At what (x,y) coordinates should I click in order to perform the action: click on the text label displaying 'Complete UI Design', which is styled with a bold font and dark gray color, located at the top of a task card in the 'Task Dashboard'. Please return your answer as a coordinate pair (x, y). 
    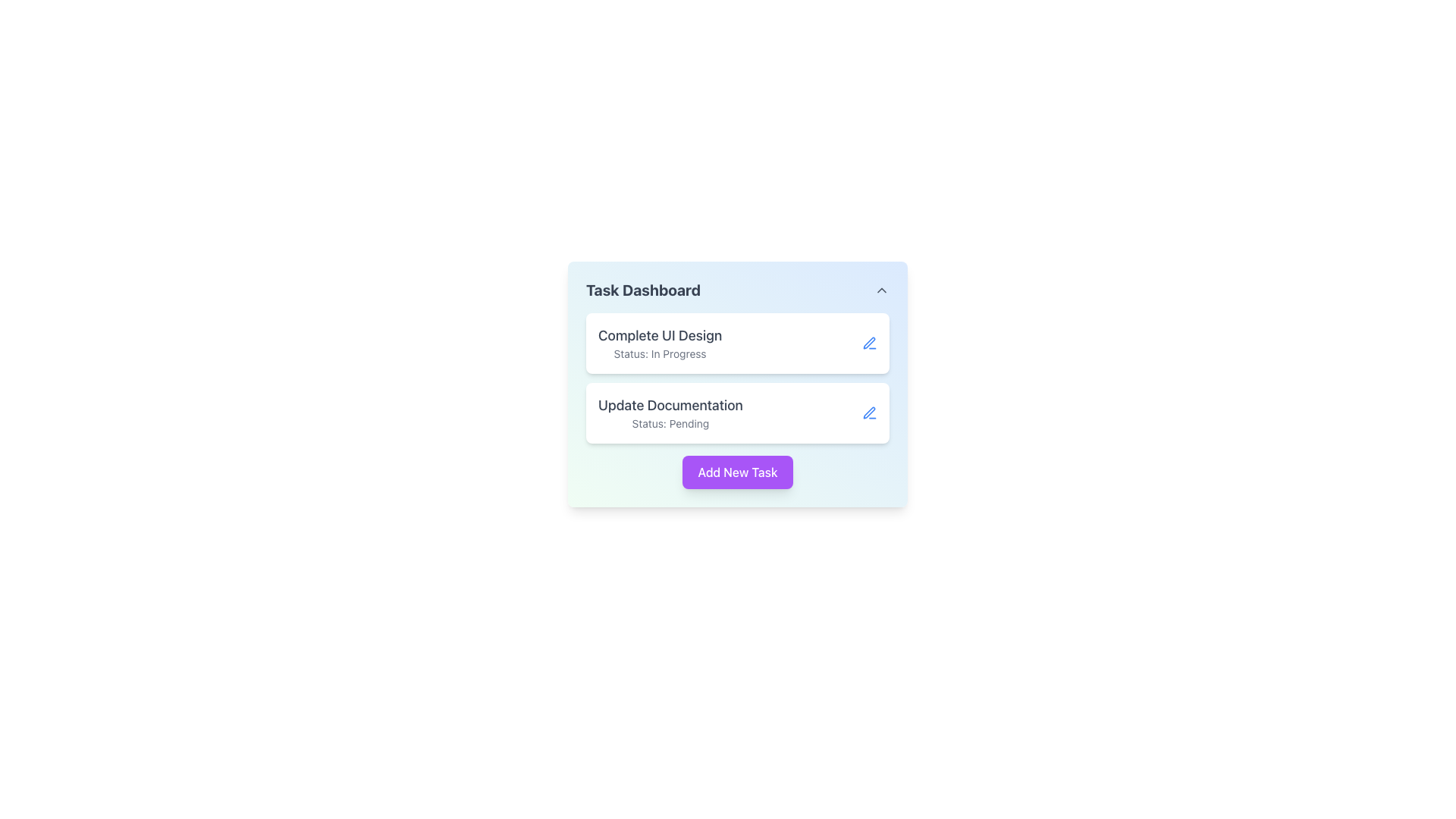
    Looking at the image, I should click on (660, 335).